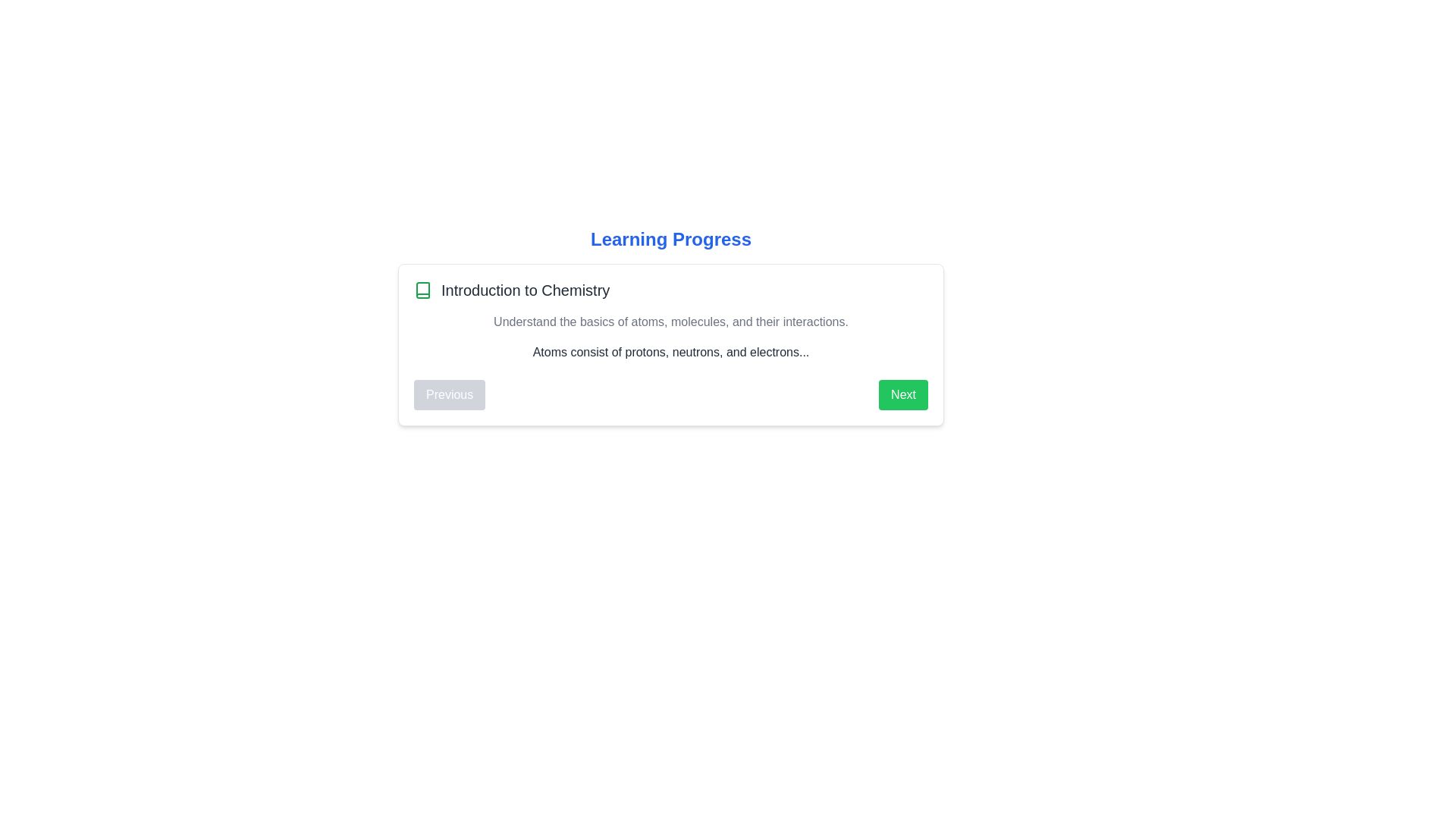 The width and height of the screenshot is (1456, 819). What do you see at coordinates (422, 290) in the screenshot?
I see `the green book icon located to the left of the text 'Introduction to Chemistry' in the upper-left corner of the card area` at bounding box center [422, 290].